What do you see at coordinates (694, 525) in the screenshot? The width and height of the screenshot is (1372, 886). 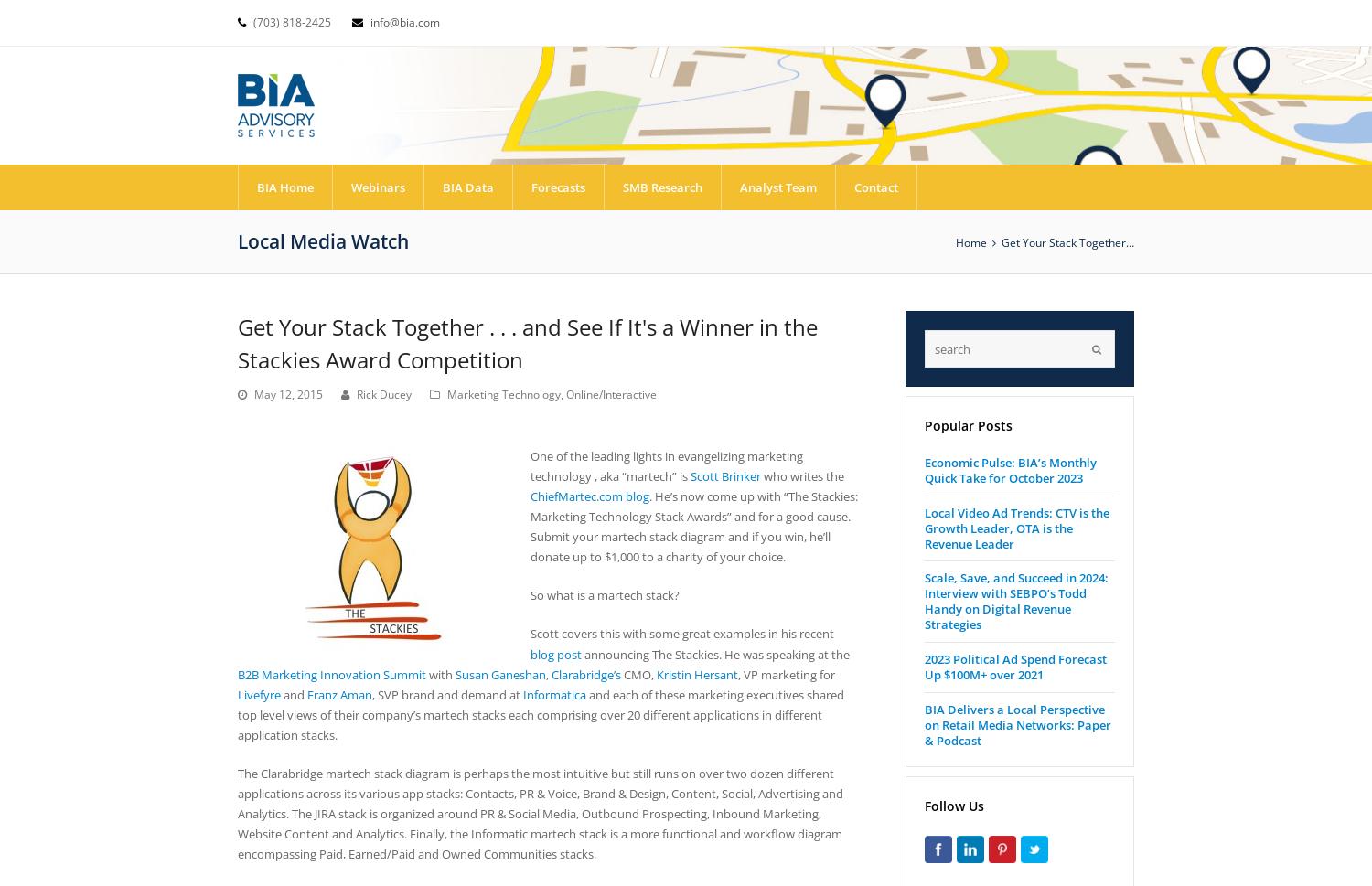 I see `'. He’s now come up with “The Stackies: Marketing Technology Stack Awards” and for a good cause. Submit your martech stack diagram and if you win, he’ll donate up to $1,000 to a charity of your choice.'` at bounding box center [694, 525].